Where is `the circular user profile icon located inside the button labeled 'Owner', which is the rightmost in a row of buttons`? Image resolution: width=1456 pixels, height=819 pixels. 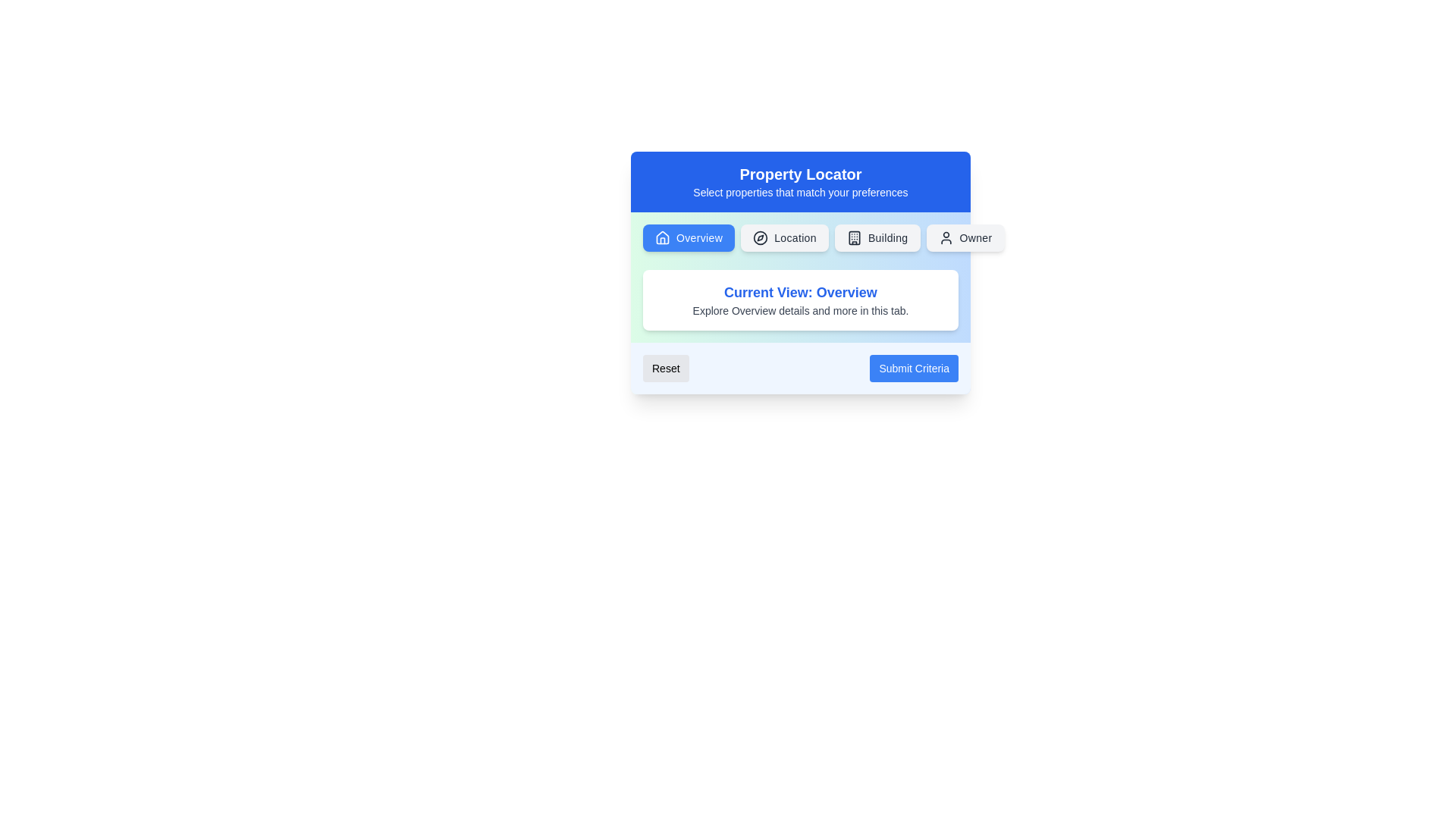 the circular user profile icon located inside the button labeled 'Owner', which is the rightmost in a row of buttons is located at coordinates (945, 237).